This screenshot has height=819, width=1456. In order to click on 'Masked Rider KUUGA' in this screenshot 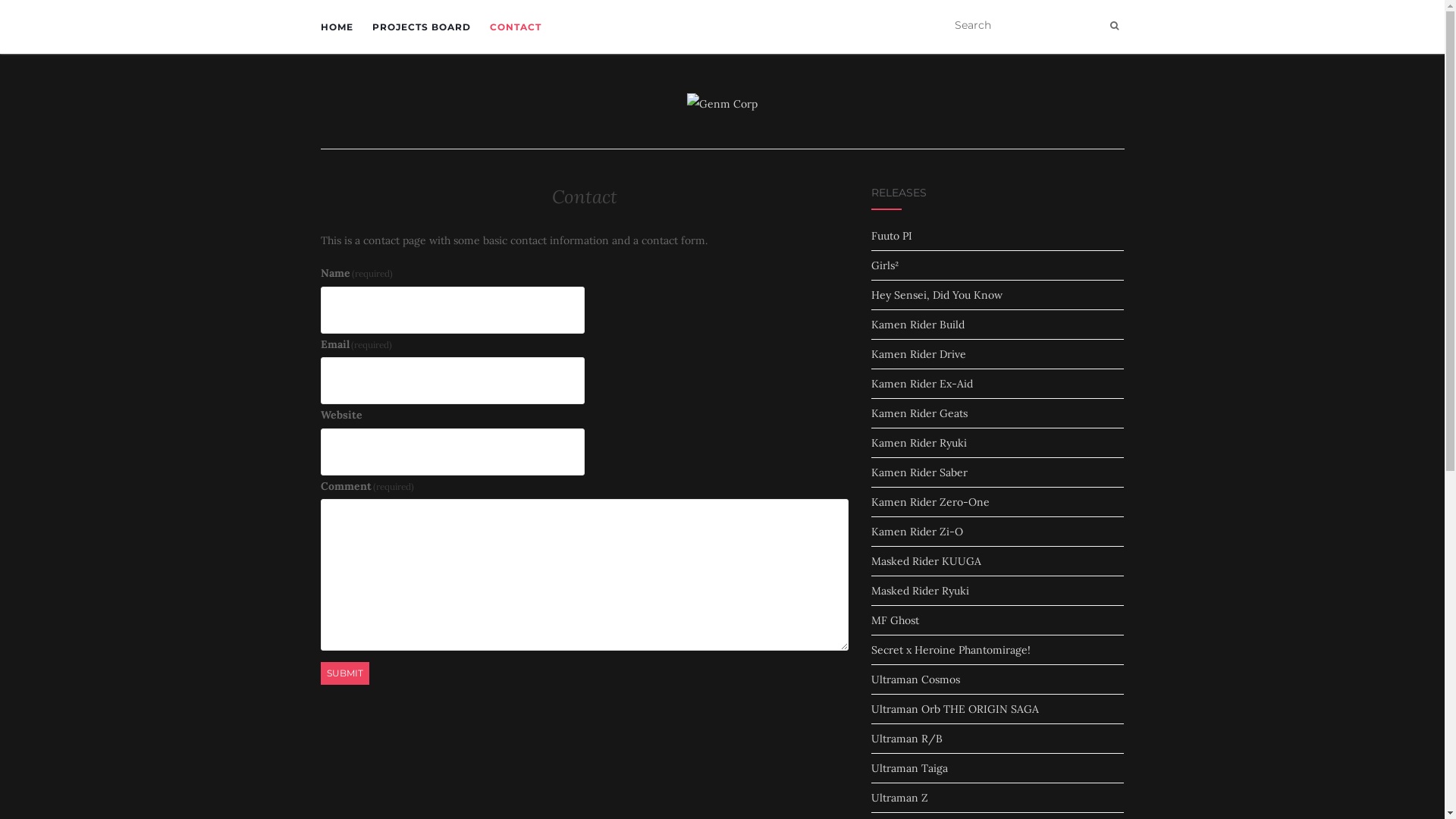, I will do `click(925, 561)`.